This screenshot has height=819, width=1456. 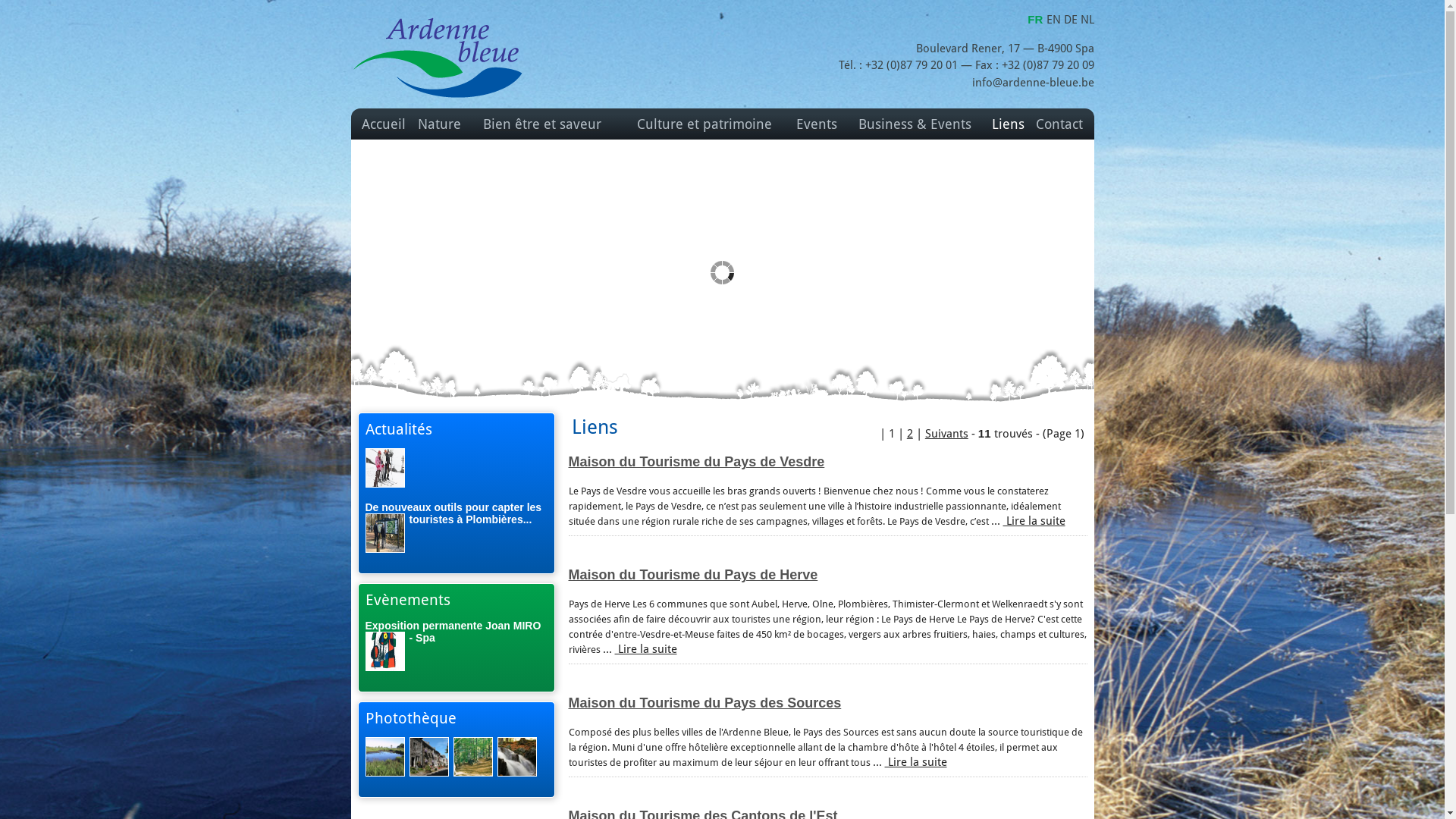 I want to click on 'Maison du Tourisme du Pays de Vesdre', so click(x=695, y=461).